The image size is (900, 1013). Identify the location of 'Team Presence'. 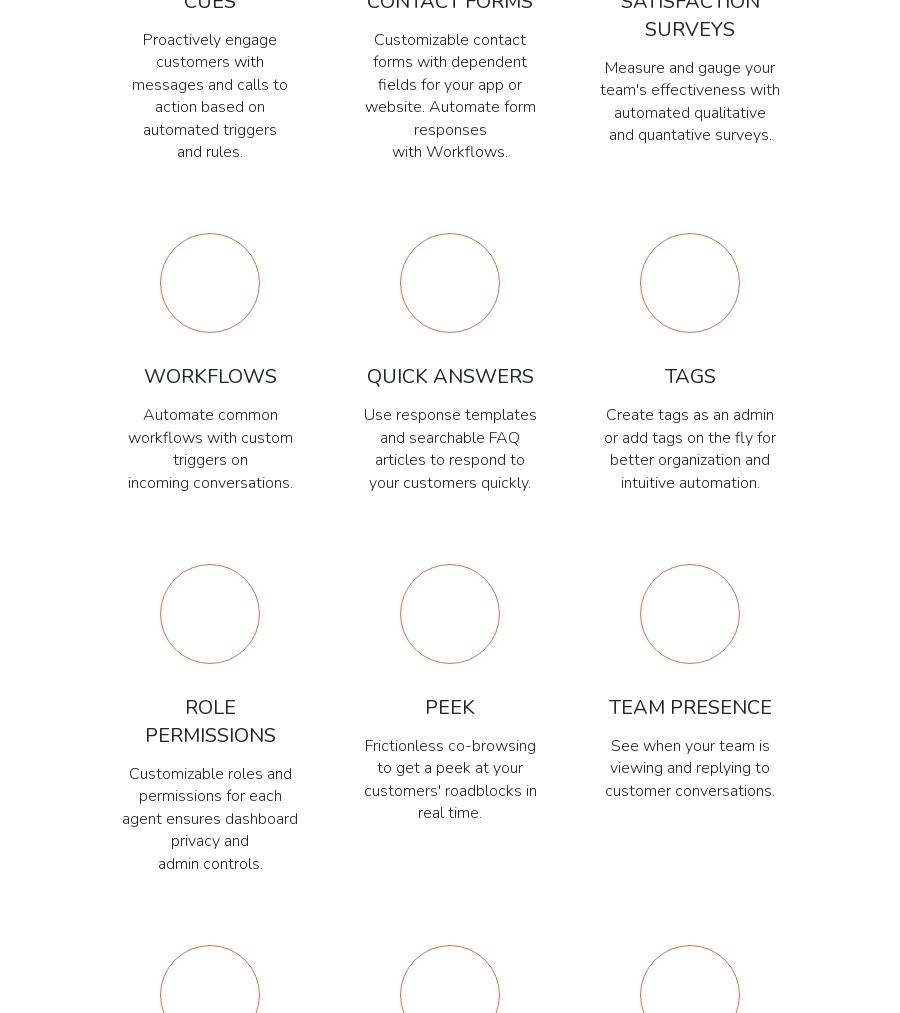
(688, 706).